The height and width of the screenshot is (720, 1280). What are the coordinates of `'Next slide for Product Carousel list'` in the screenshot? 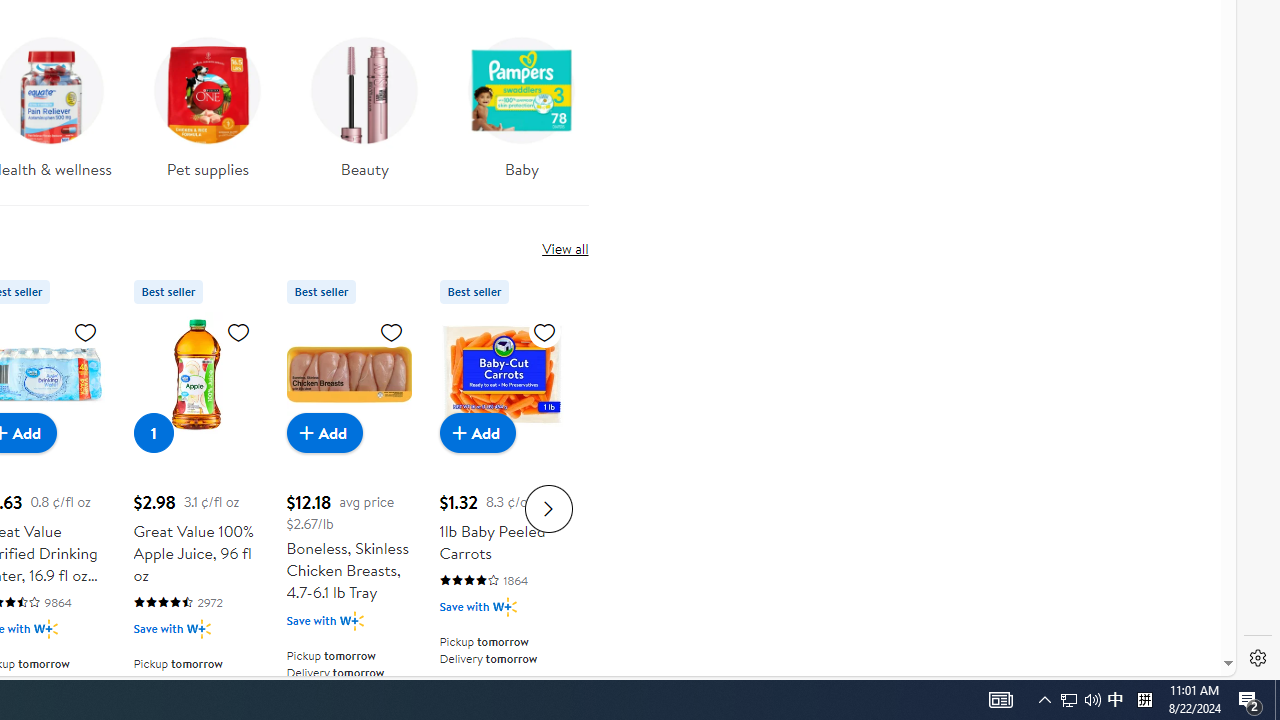 It's located at (548, 507).